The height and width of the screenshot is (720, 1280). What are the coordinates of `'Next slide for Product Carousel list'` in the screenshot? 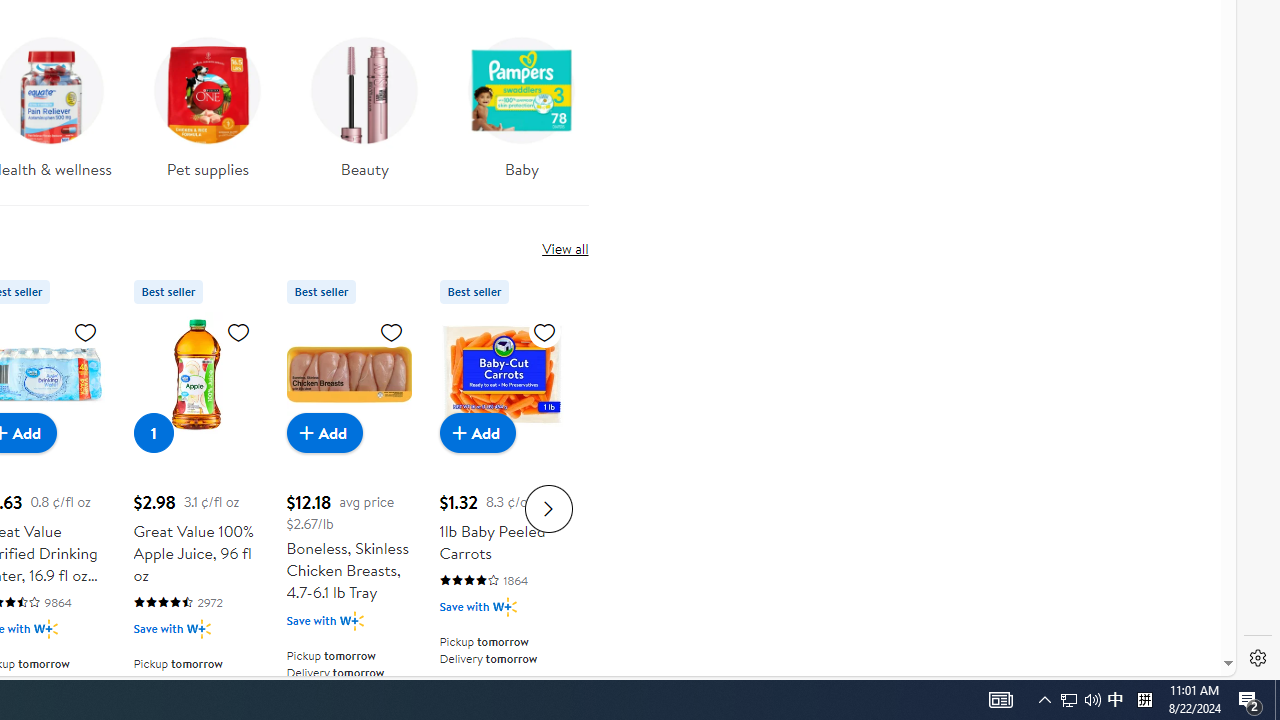 It's located at (548, 507).